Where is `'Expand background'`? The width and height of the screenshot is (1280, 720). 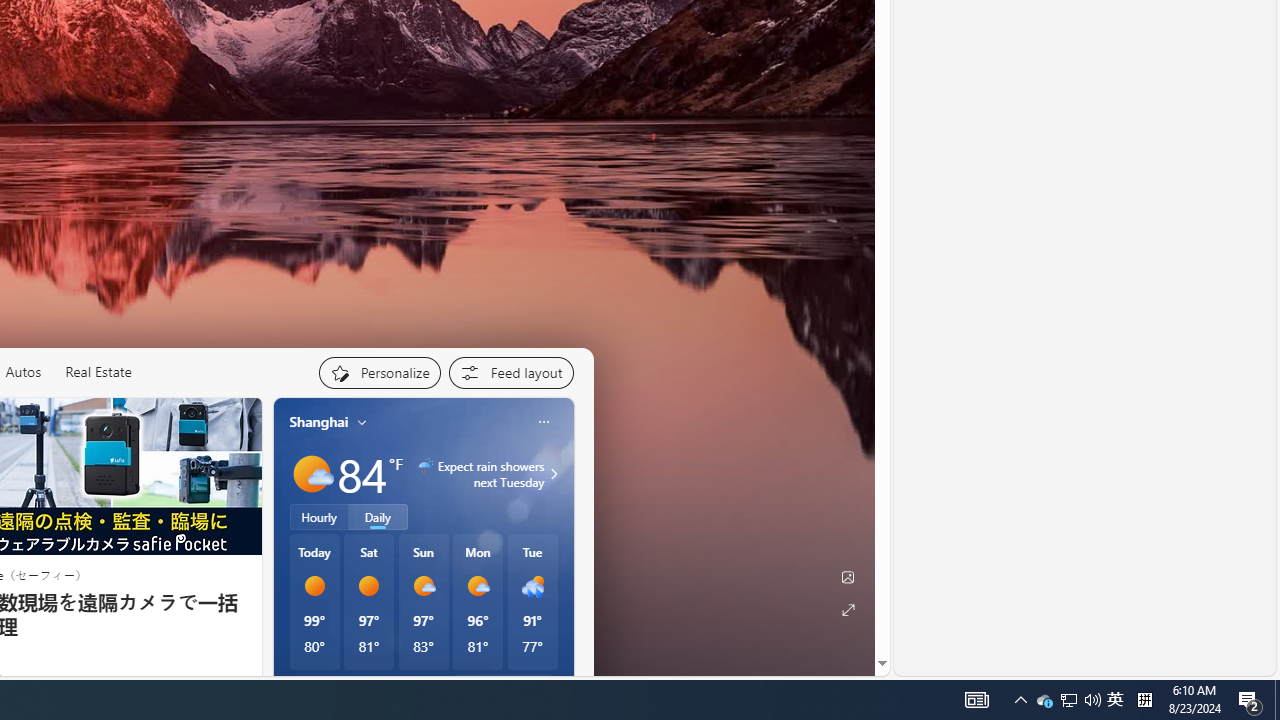 'Expand background' is located at coordinates (848, 609).